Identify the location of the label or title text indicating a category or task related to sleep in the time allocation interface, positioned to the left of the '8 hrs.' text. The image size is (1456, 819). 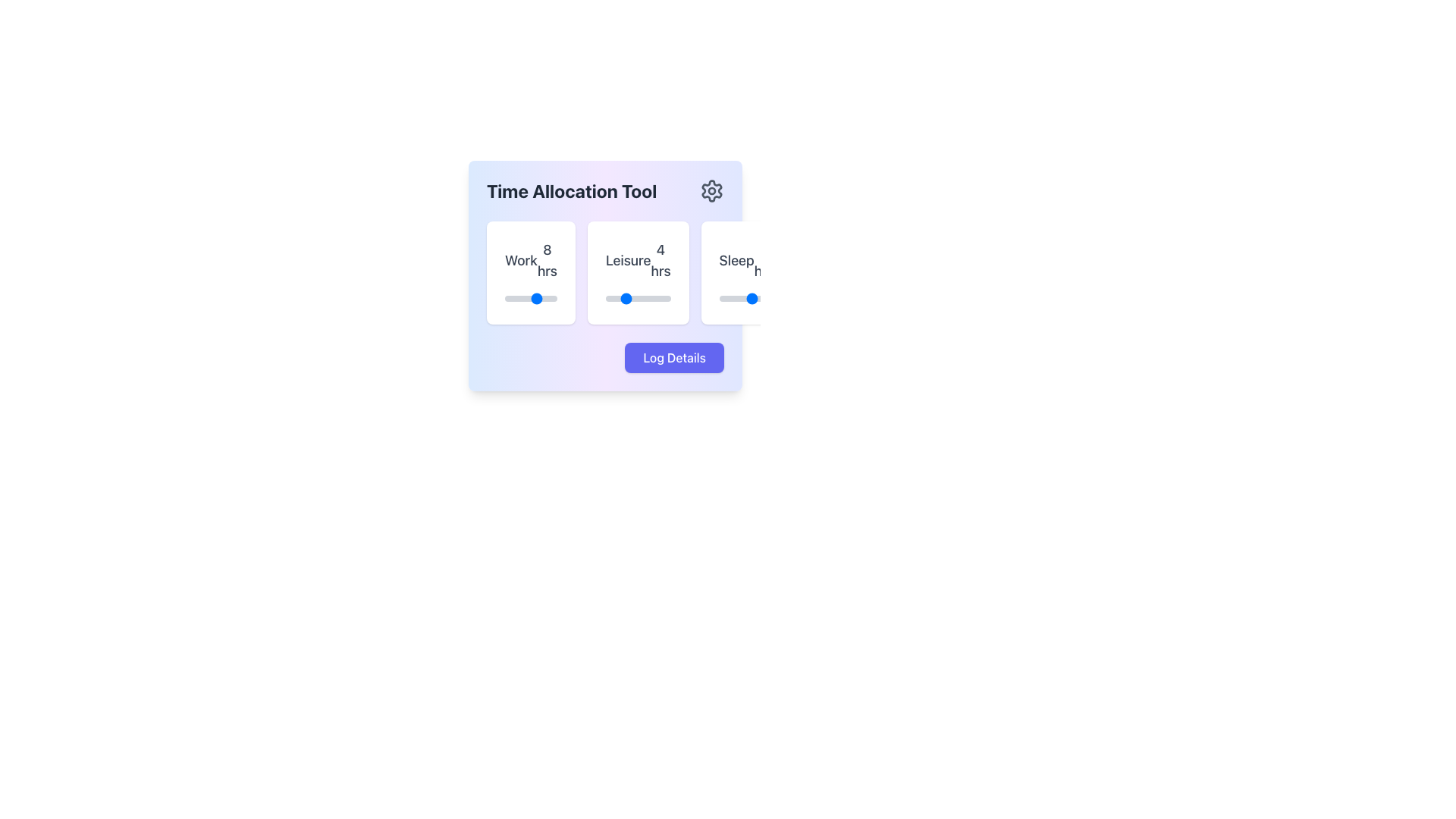
(736, 259).